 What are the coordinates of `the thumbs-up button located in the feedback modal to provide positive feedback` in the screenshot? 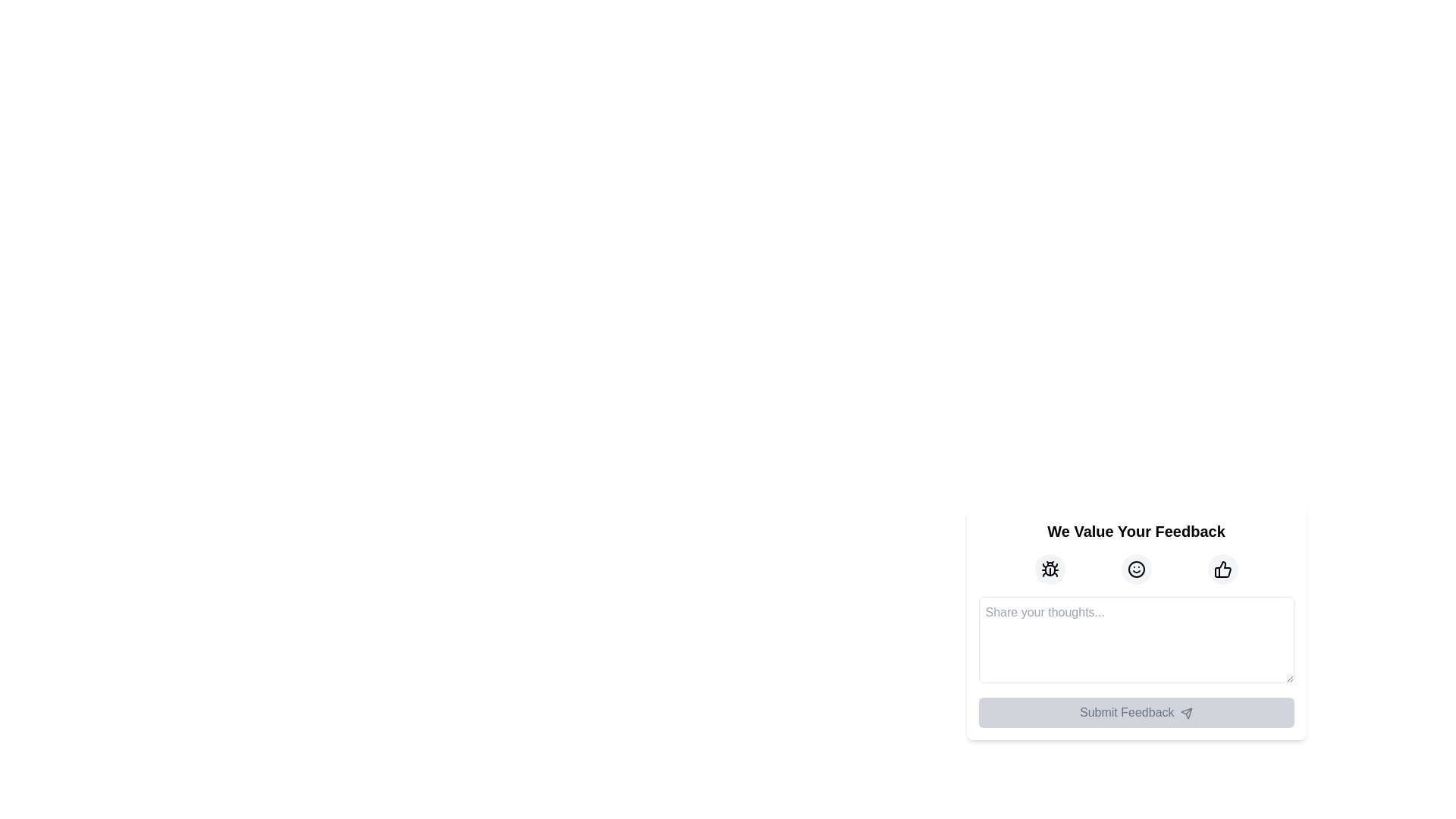 It's located at (1222, 570).